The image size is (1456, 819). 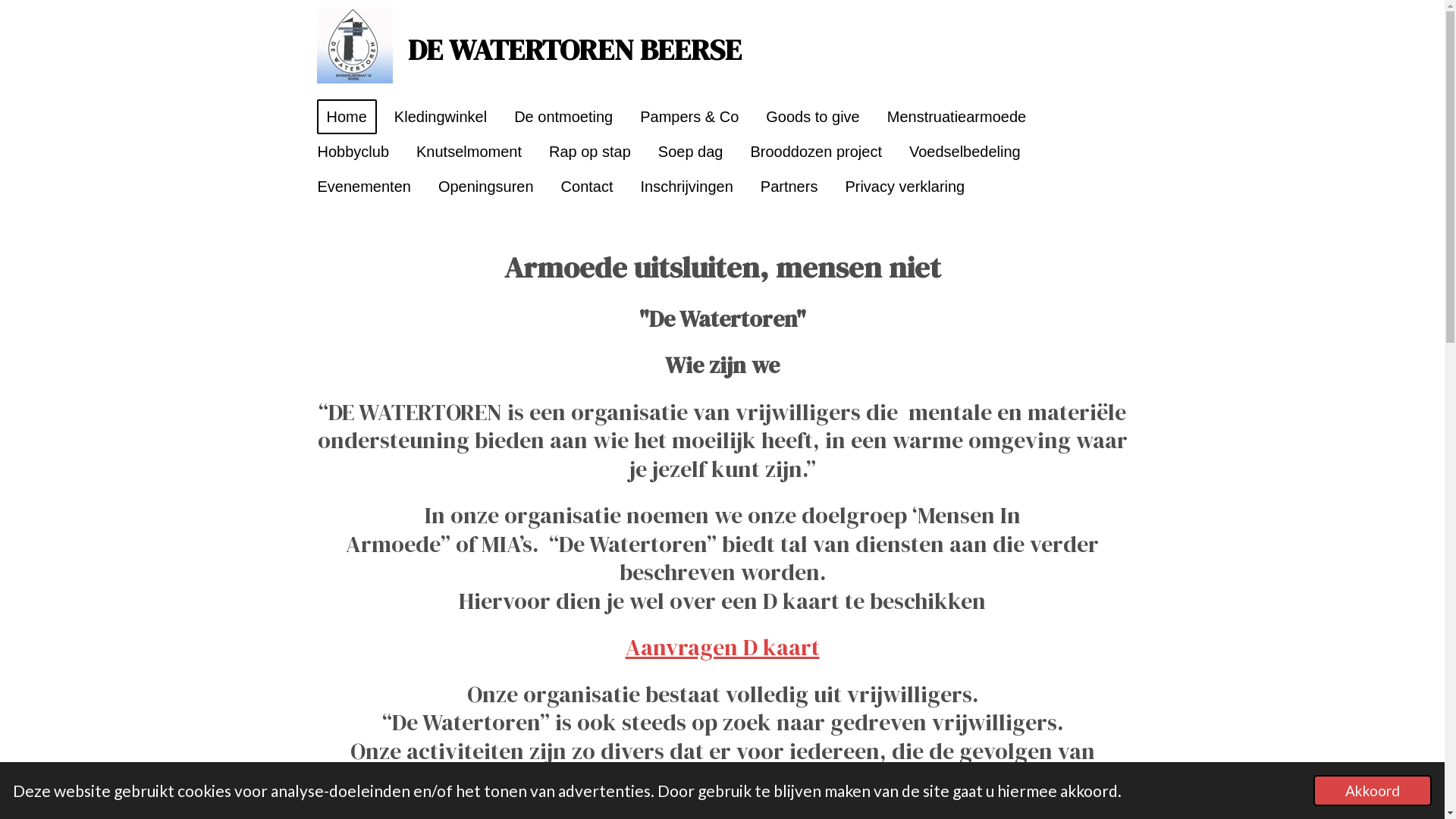 What do you see at coordinates (690, 152) in the screenshot?
I see `'Soep dag'` at bounding box center [690, 152].